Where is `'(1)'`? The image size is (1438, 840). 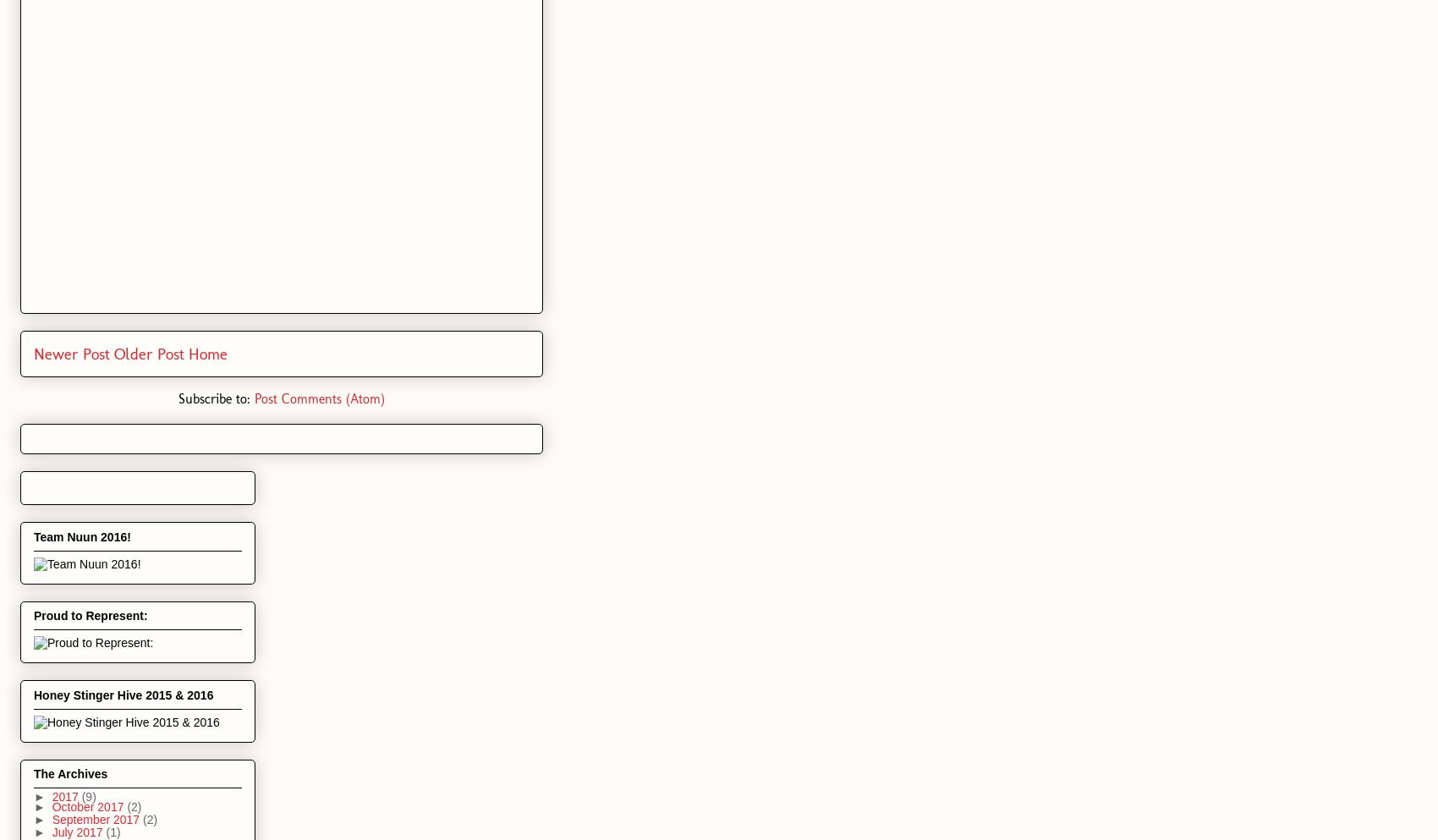
'(1)' is located at coordinates (112, 831).